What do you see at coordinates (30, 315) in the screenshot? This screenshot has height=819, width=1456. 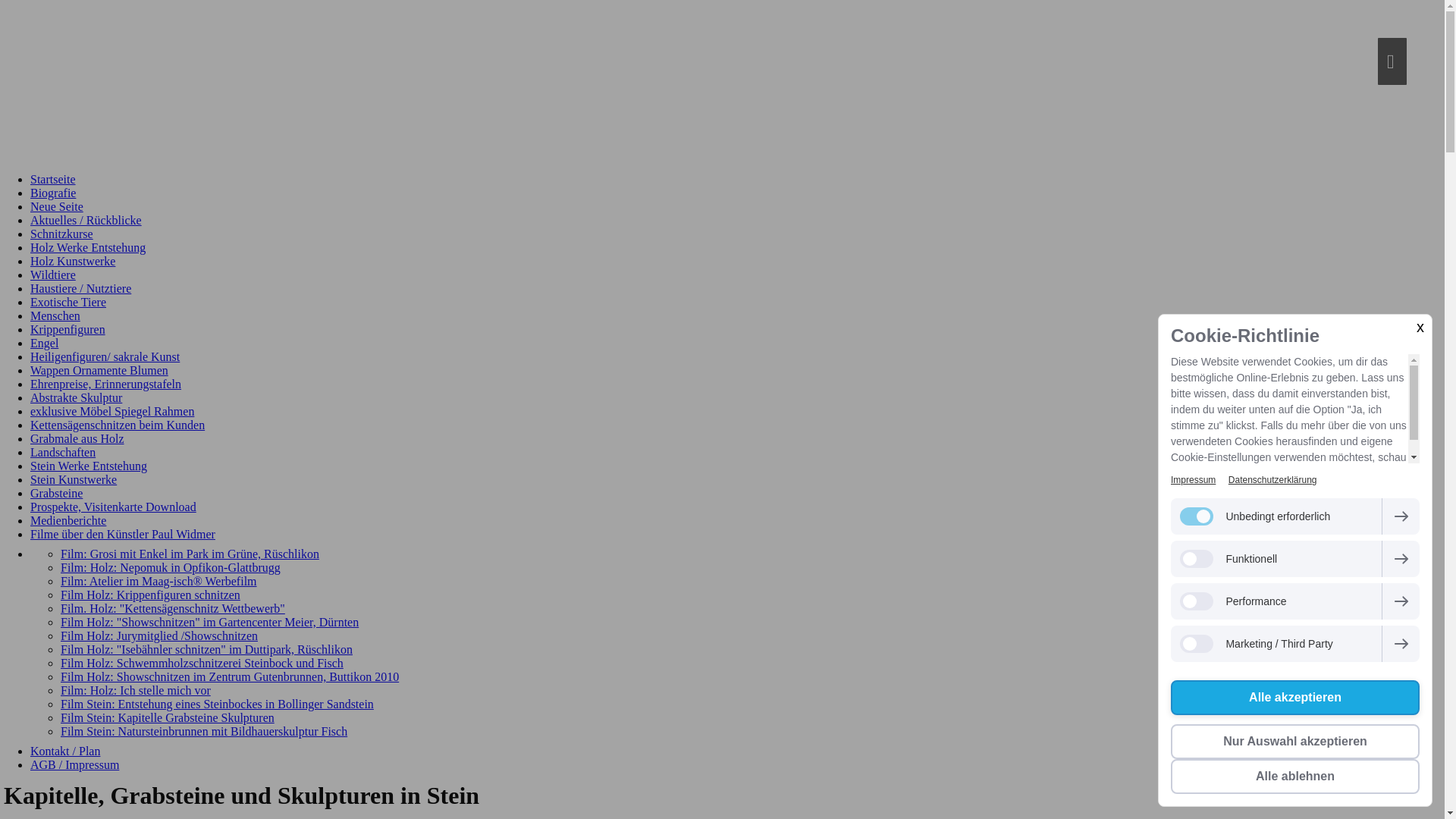 I see `'Menschen'` at bounding box center [30, 315].